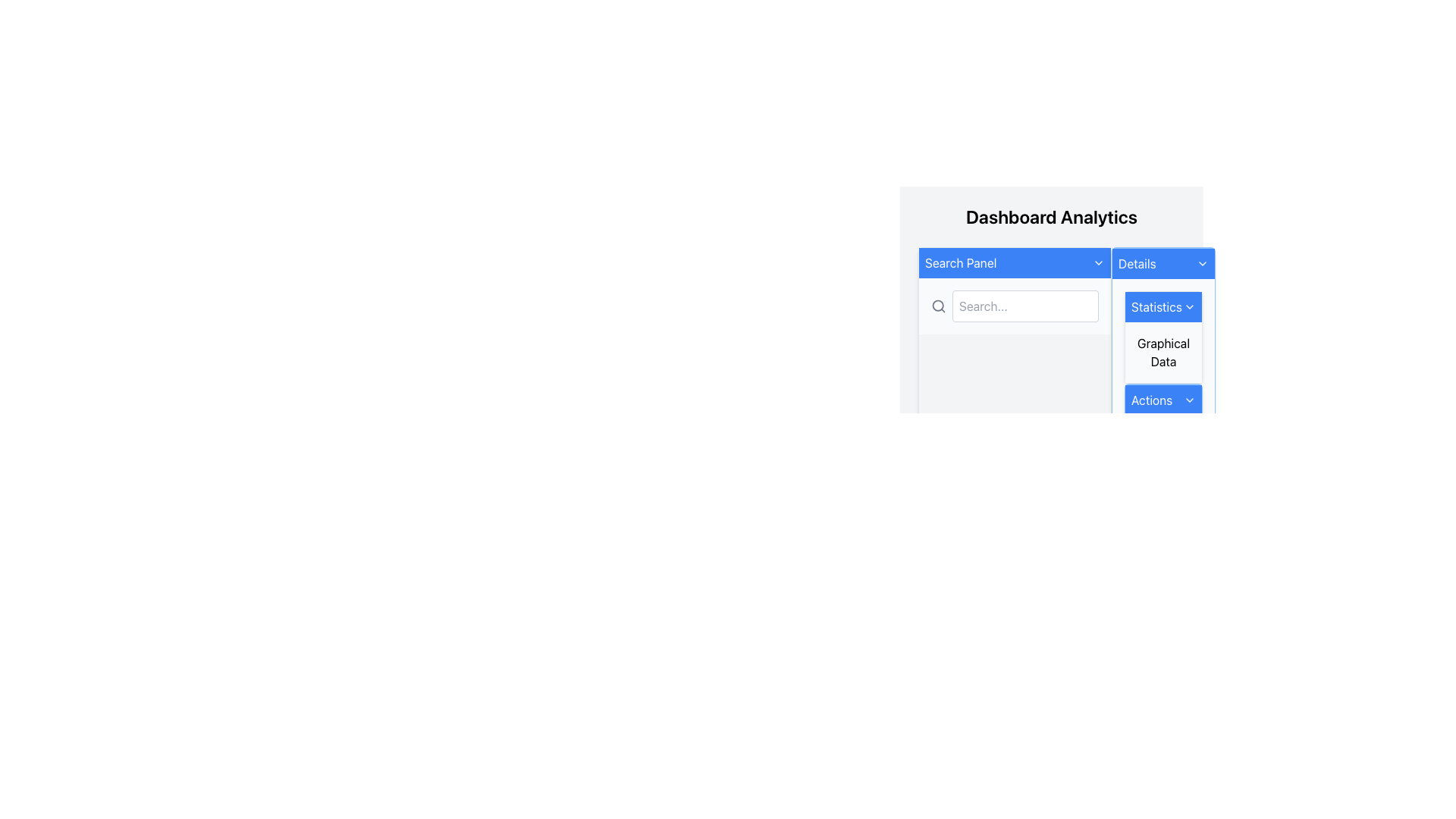  Describe the element at coordinates (1163, 353) in the screenshot. I see `the label or static text located in the 'Details' column of the dashboard, directly below the 'Statistics' heading` at that location.